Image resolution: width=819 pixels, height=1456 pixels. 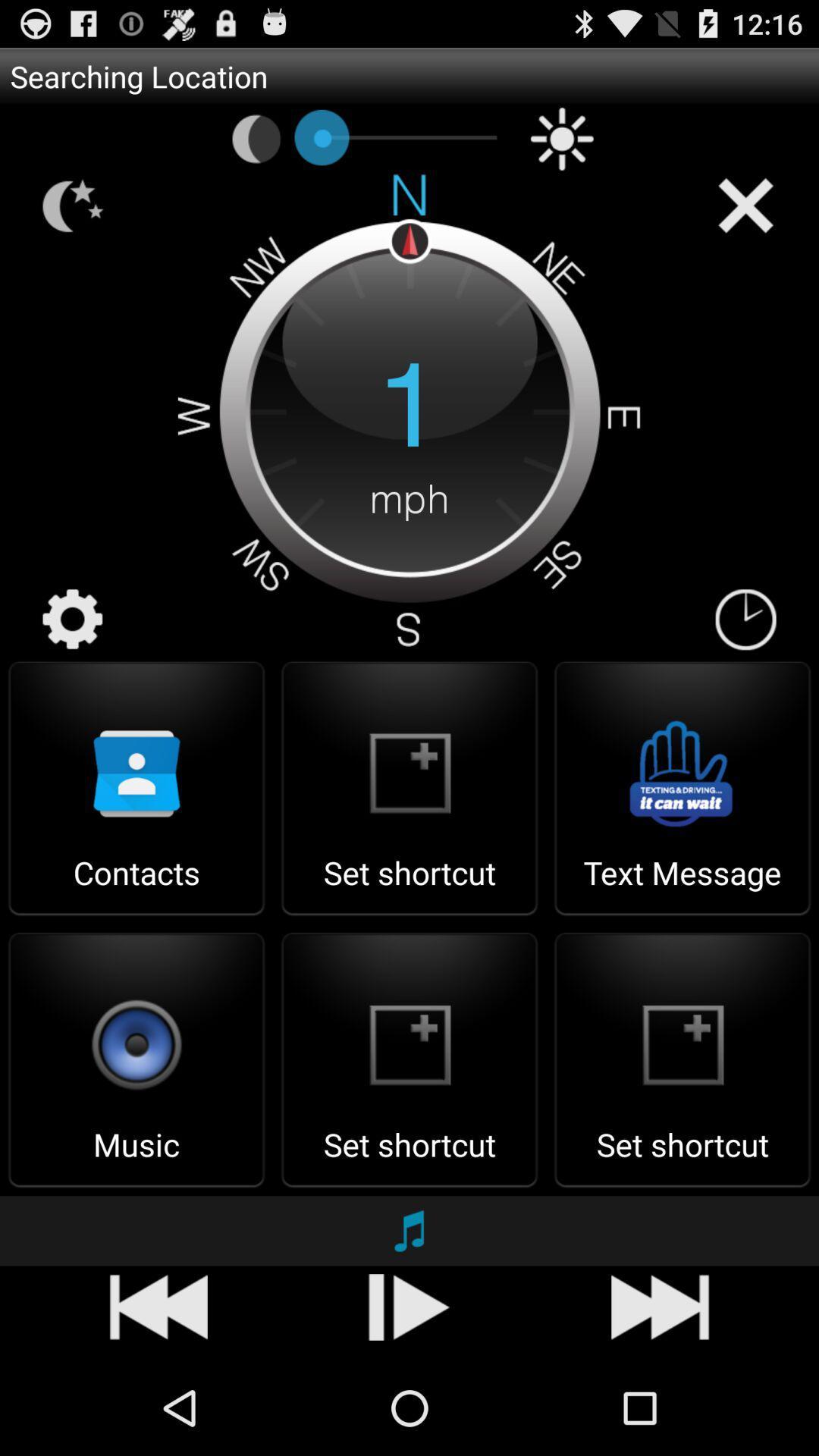 I want to click on the app below searching location, so click(x=562, y=139).